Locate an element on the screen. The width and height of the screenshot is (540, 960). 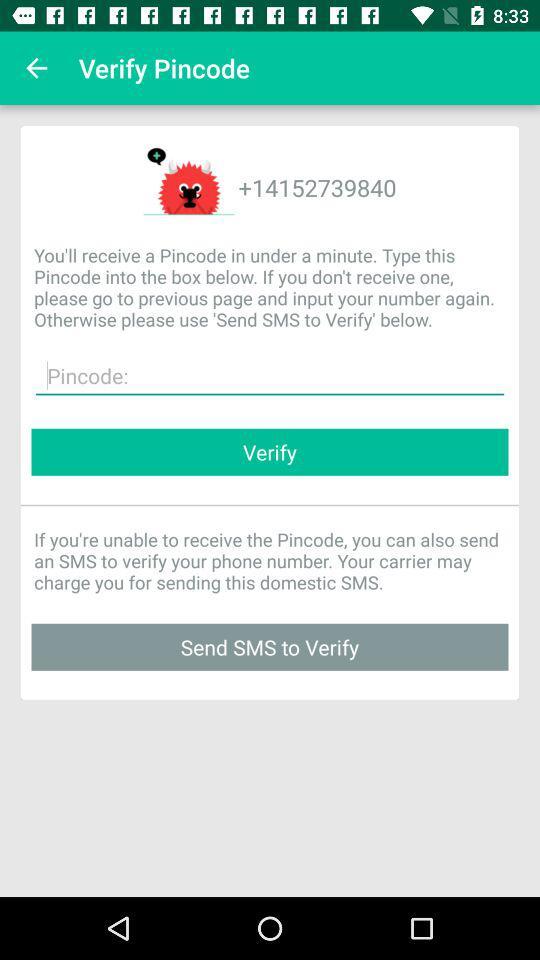
the pincode is located at coordinates (270, 375).